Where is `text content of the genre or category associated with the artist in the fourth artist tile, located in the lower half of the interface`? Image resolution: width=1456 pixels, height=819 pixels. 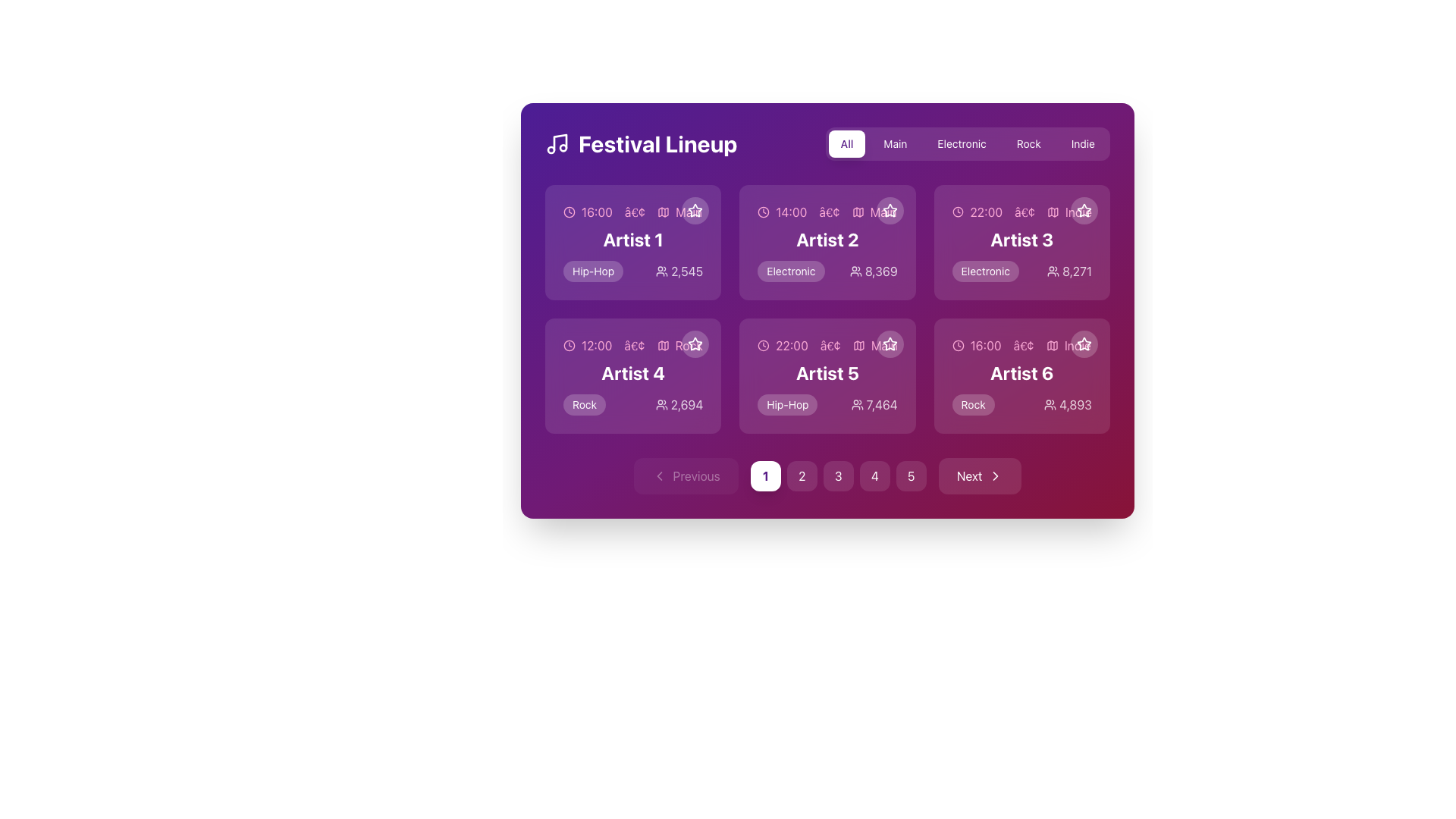 text content of the genre or category associated with the artist in the fourth artist tile, located in the lower half of the interface is located at coordinates (688, 345).